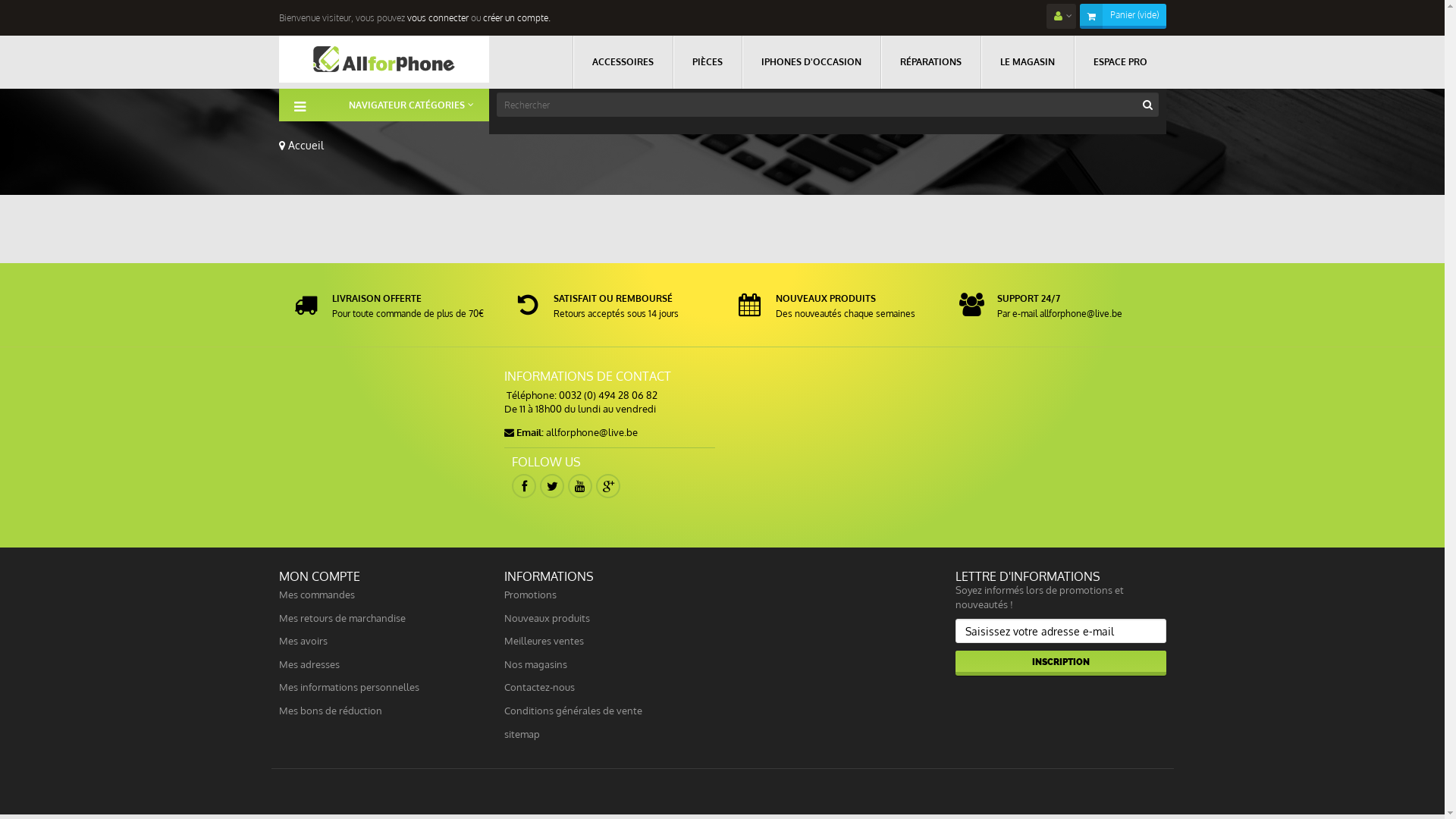 This screenshot has width=1456, height=819. Describe the element at coordinates (544, 640) in the screenshot. I see `'Meilleures ventes'` at that location.